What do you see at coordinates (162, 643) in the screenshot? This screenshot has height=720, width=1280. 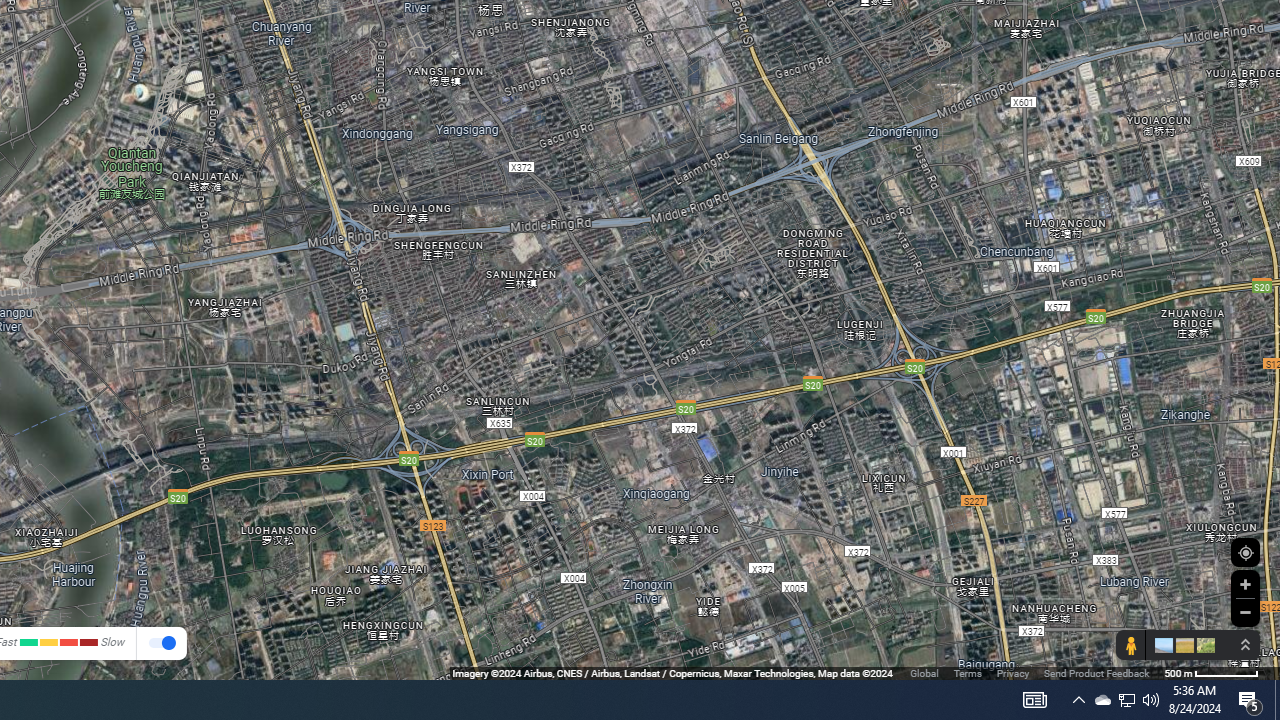 I see `' Show traffic '` at bounding box center [162, 643].